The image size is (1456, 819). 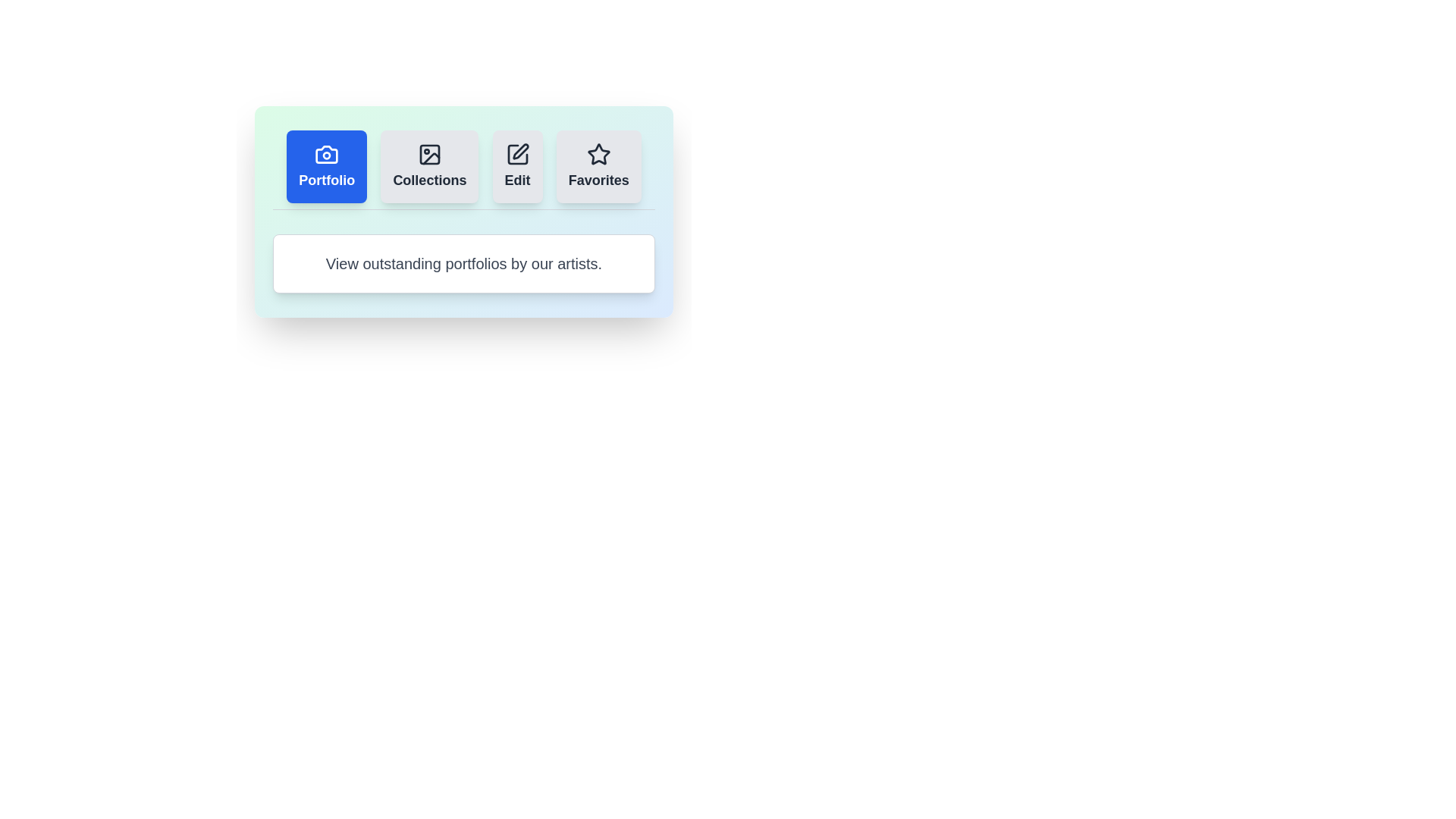 I want to click on the Collections tab by clicking on its button, so click(x=428, y=166).